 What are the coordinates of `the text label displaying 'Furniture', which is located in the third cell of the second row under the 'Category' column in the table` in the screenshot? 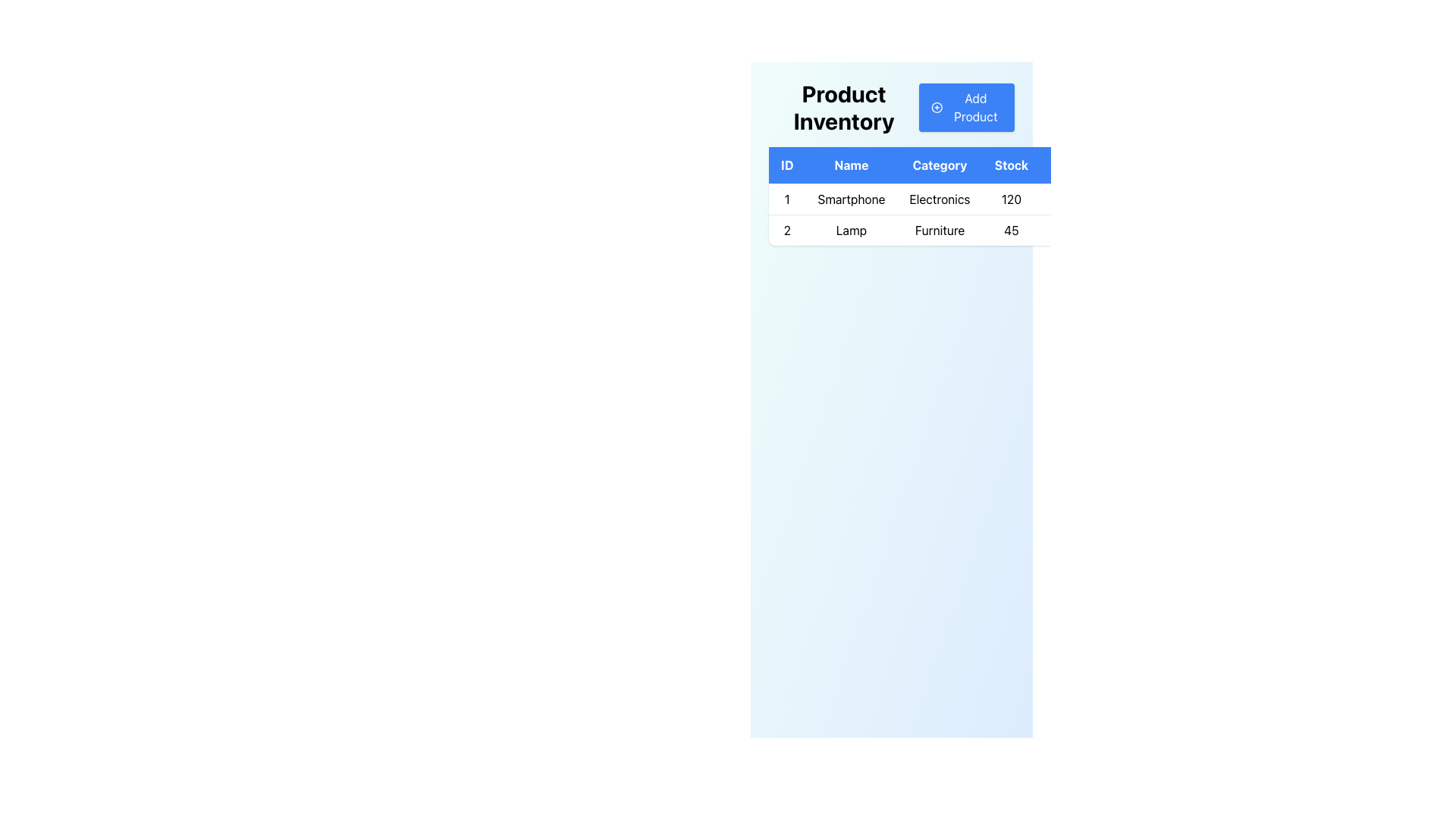 It's located at (939, 230).